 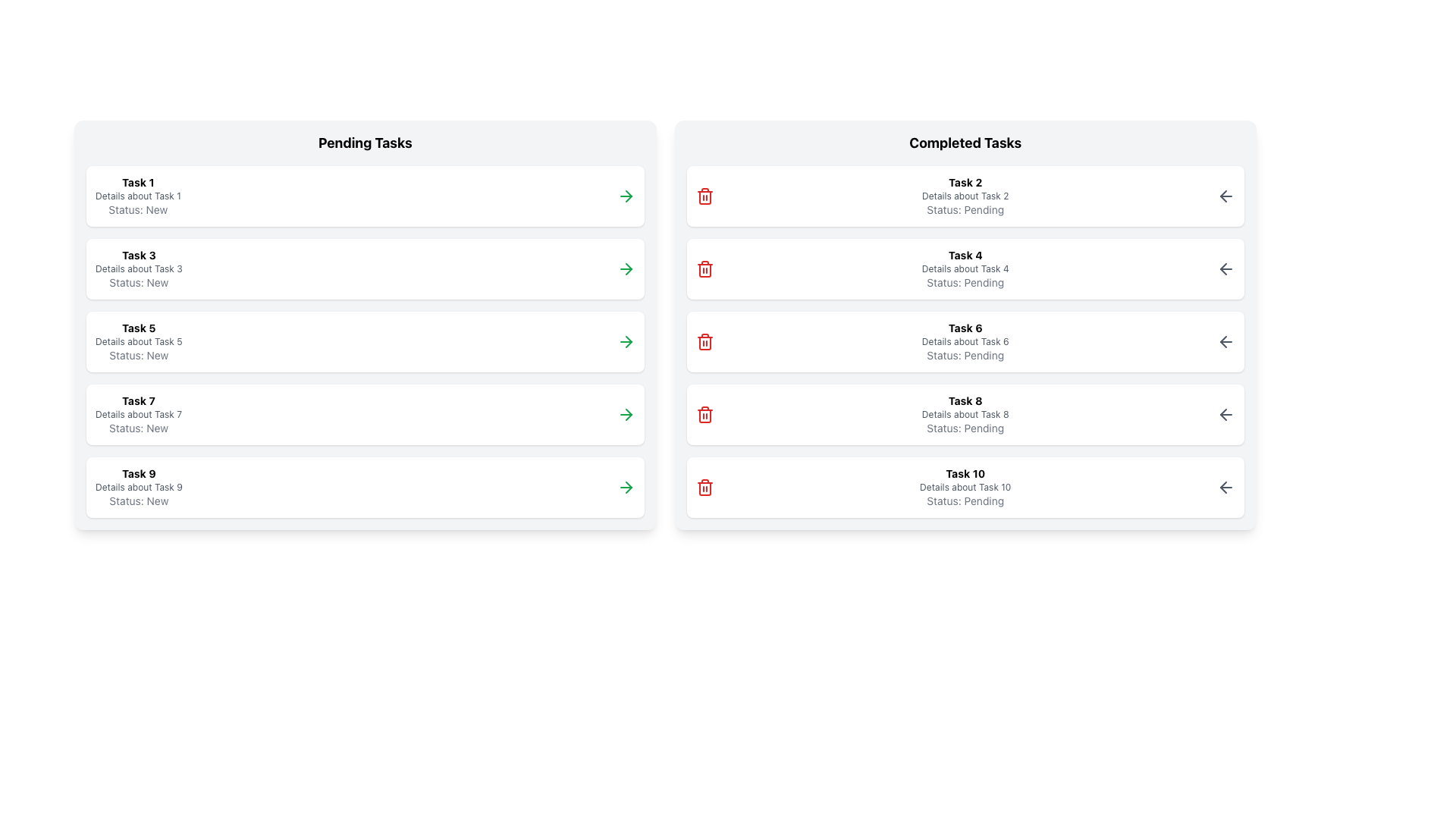 I want to click on the right-pointing triangular arrow icon located in the fifth task card from the top in the 'Pending Tasks' column, so click(x=629, y=342).